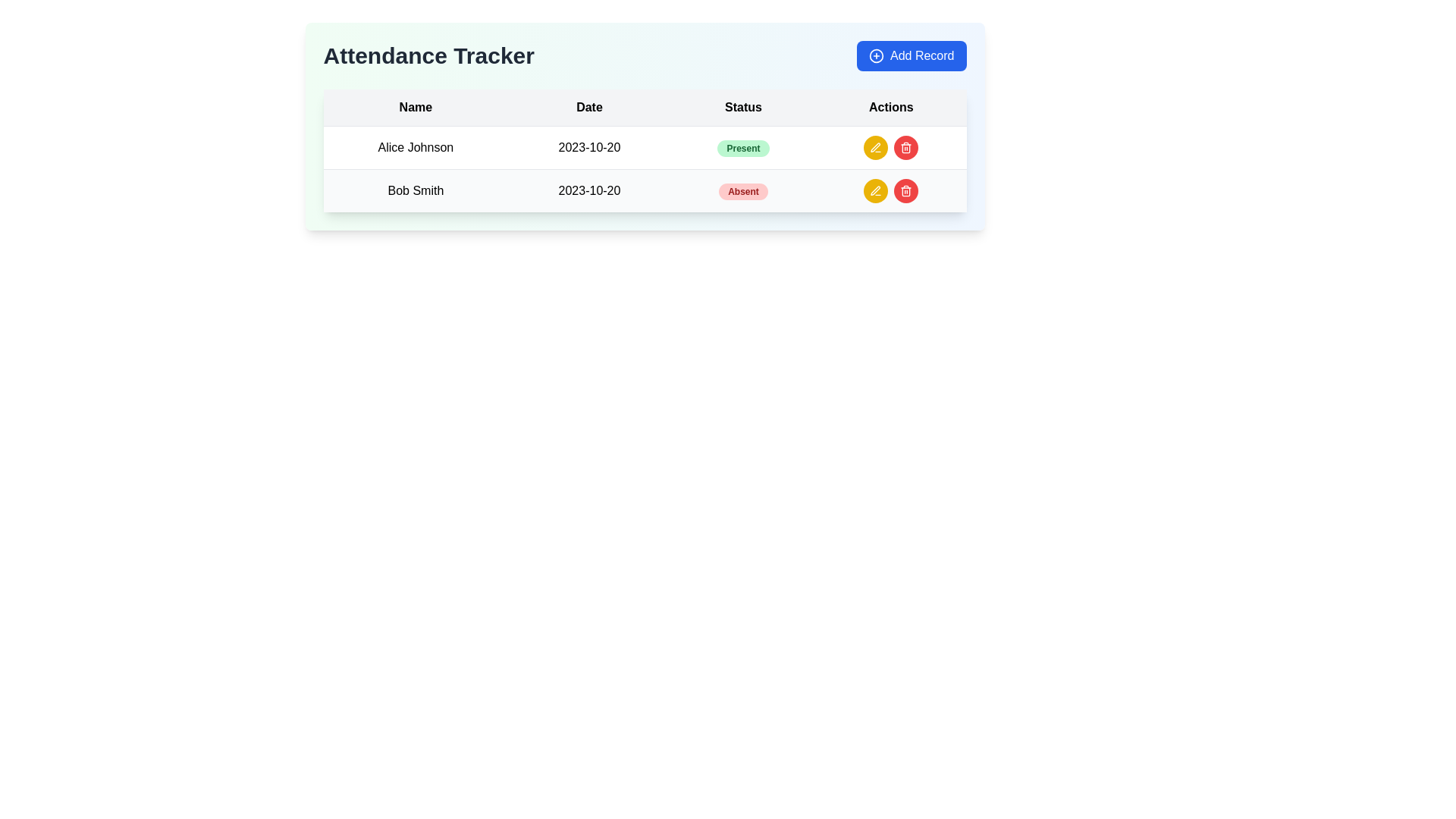 The width and height of the screenshot is (1456, 819). I want to click on the Text label displaying 'Alice Johnson' in the second row of the attendance tracker table under the 'Name' column, so click(416, 148).